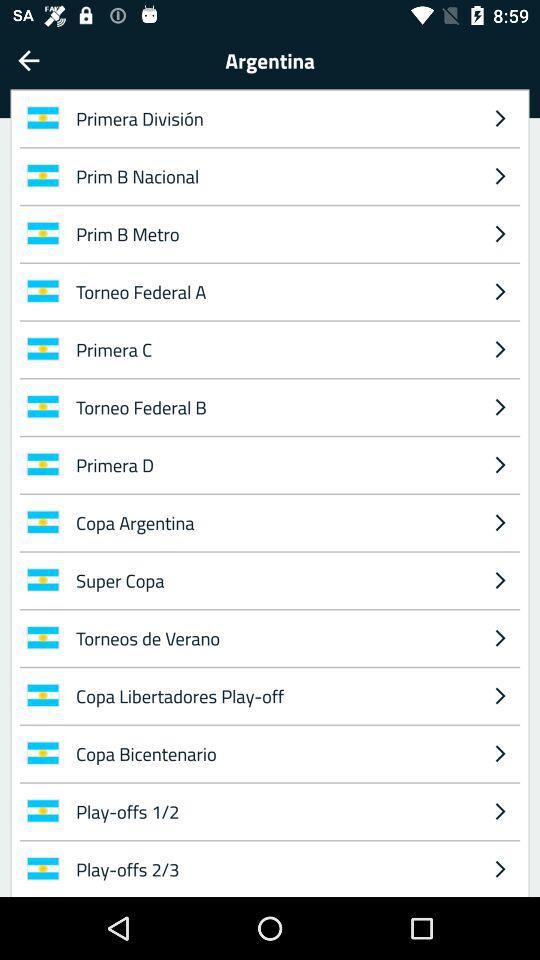 Image resolution: width=540 pixels, height=960 pixels. I want to click on the icon below the prim b nacional item, so click(499, 233).